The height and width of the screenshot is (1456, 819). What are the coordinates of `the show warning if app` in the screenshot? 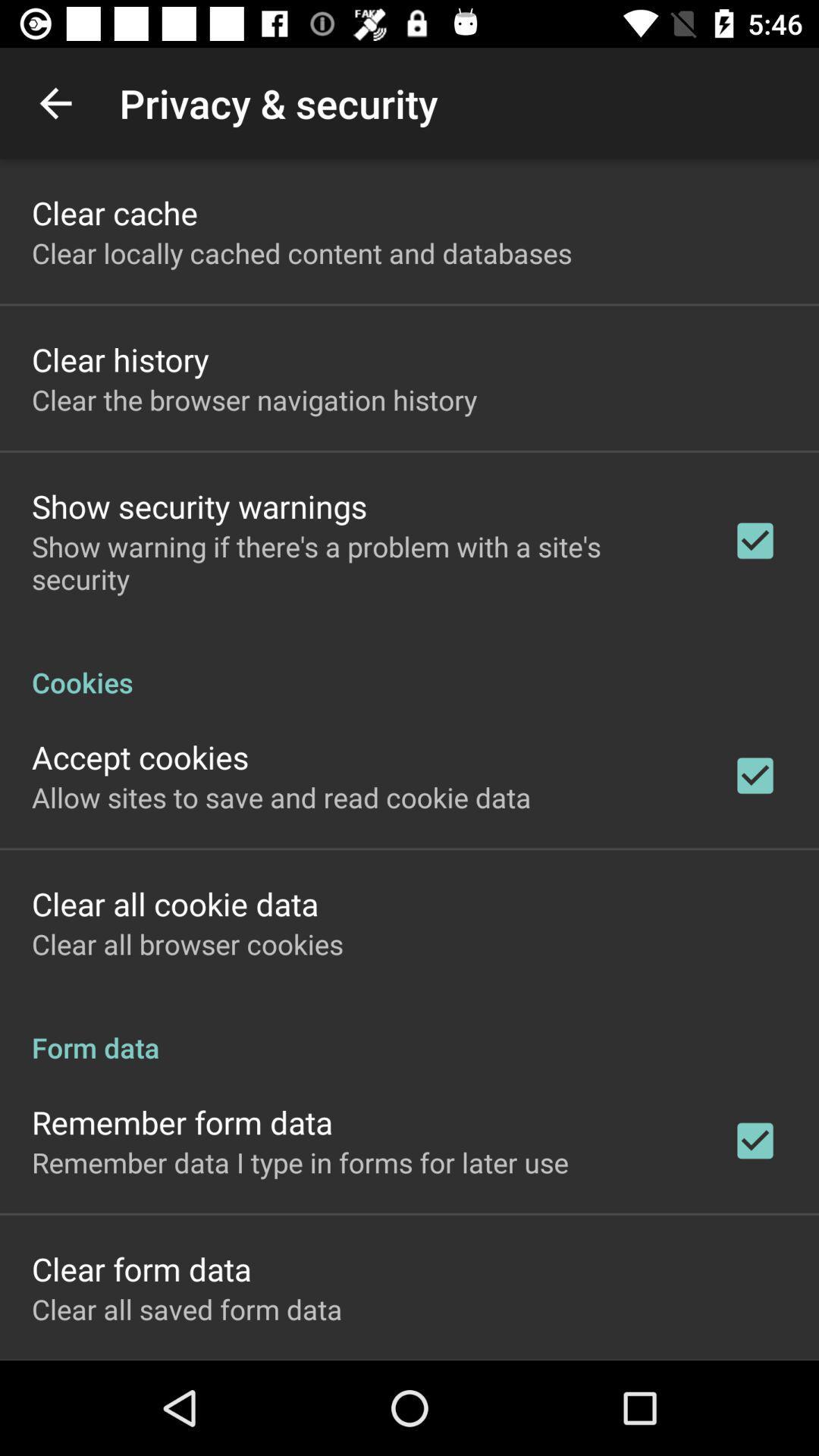 It's located at (362, 562).